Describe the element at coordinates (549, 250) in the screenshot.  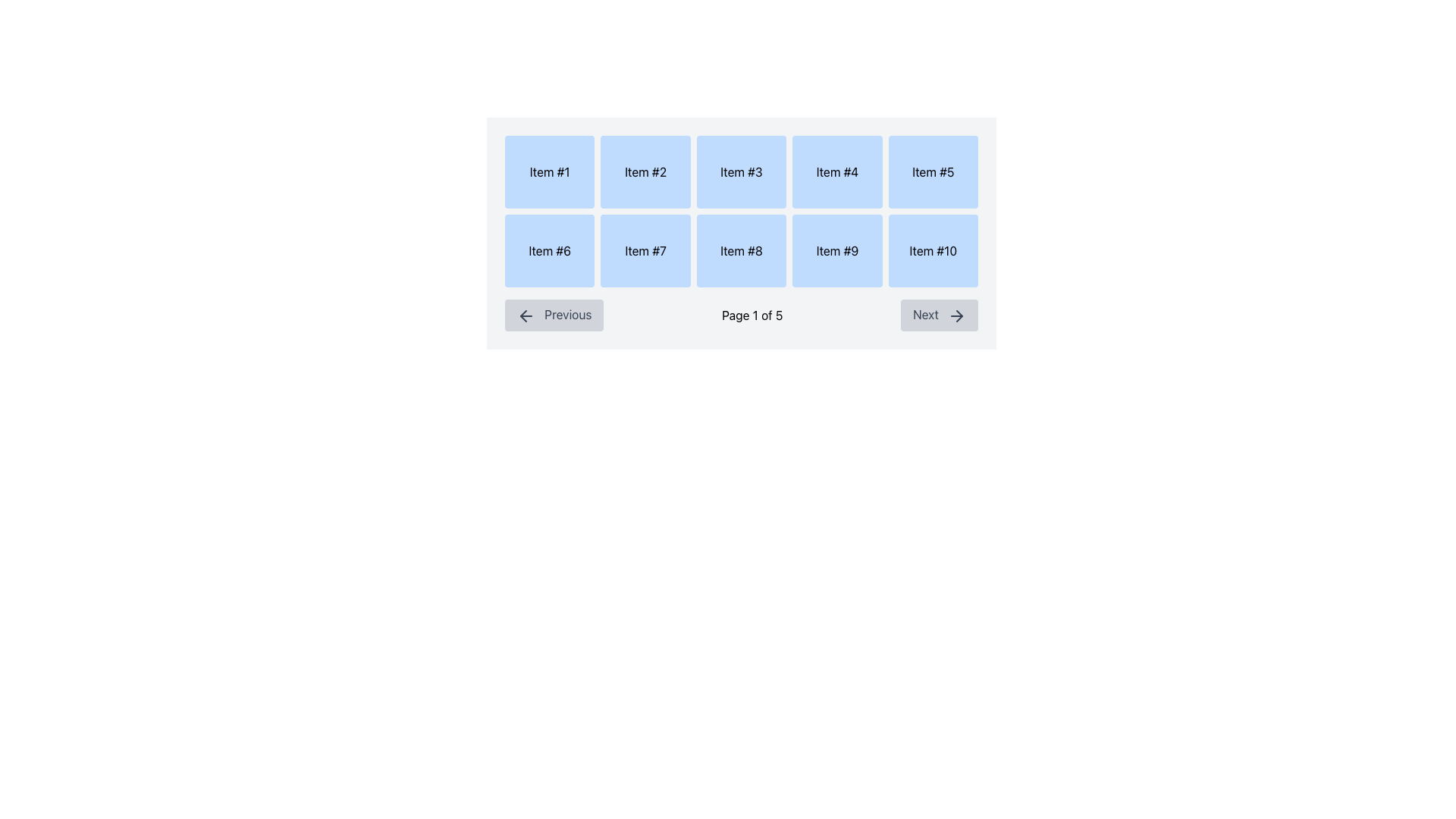
I see `the button labeled 'Item #6', located in the second row, first column of the grid` at that location.